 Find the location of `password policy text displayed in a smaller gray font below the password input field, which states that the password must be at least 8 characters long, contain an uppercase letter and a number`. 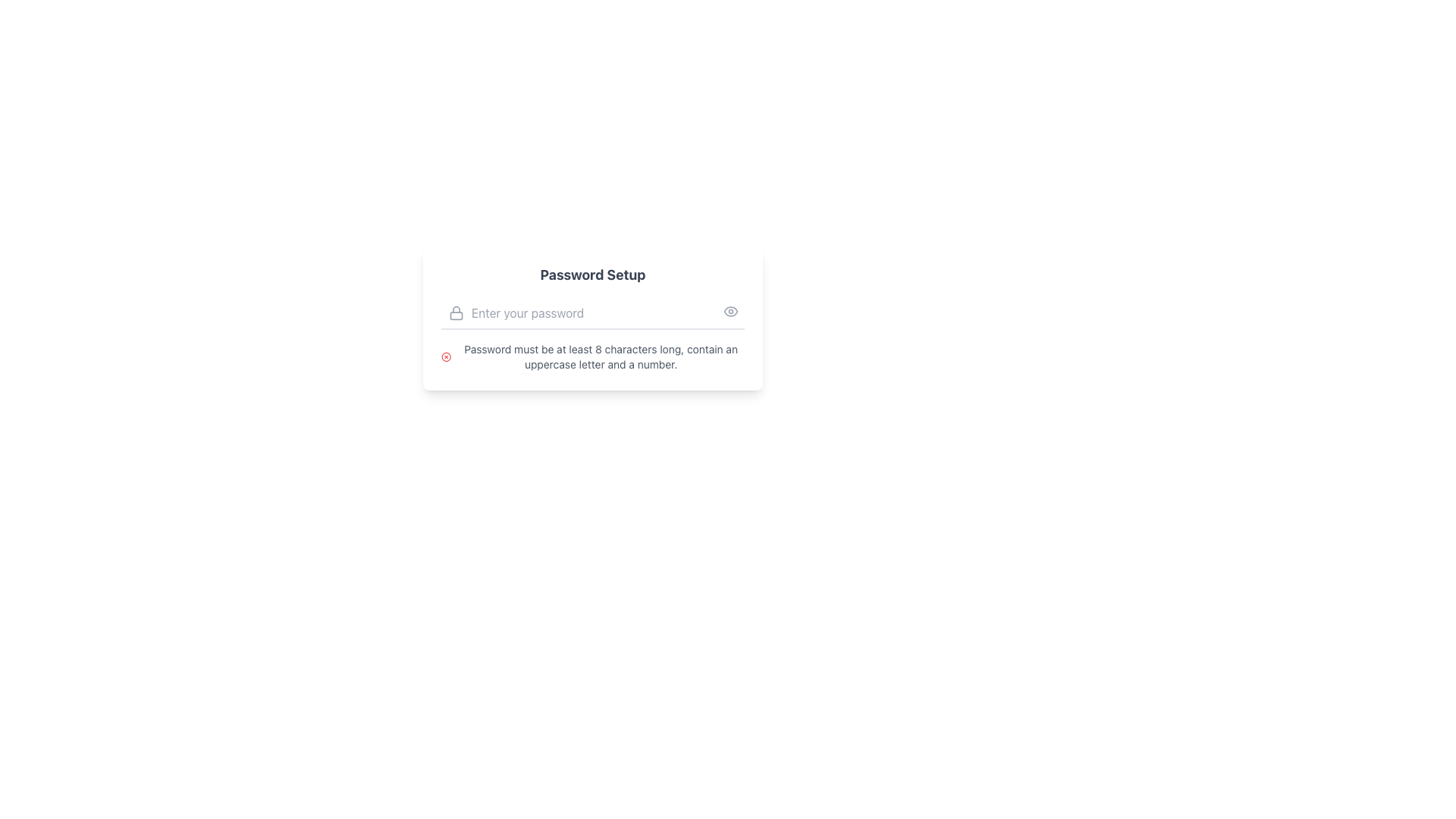

password policy text displayed in a smaller gray font below the password input field, which states that the password must be at least 8 characters long, contain an uppercase letter and a number is located at coordinates (600, 356).